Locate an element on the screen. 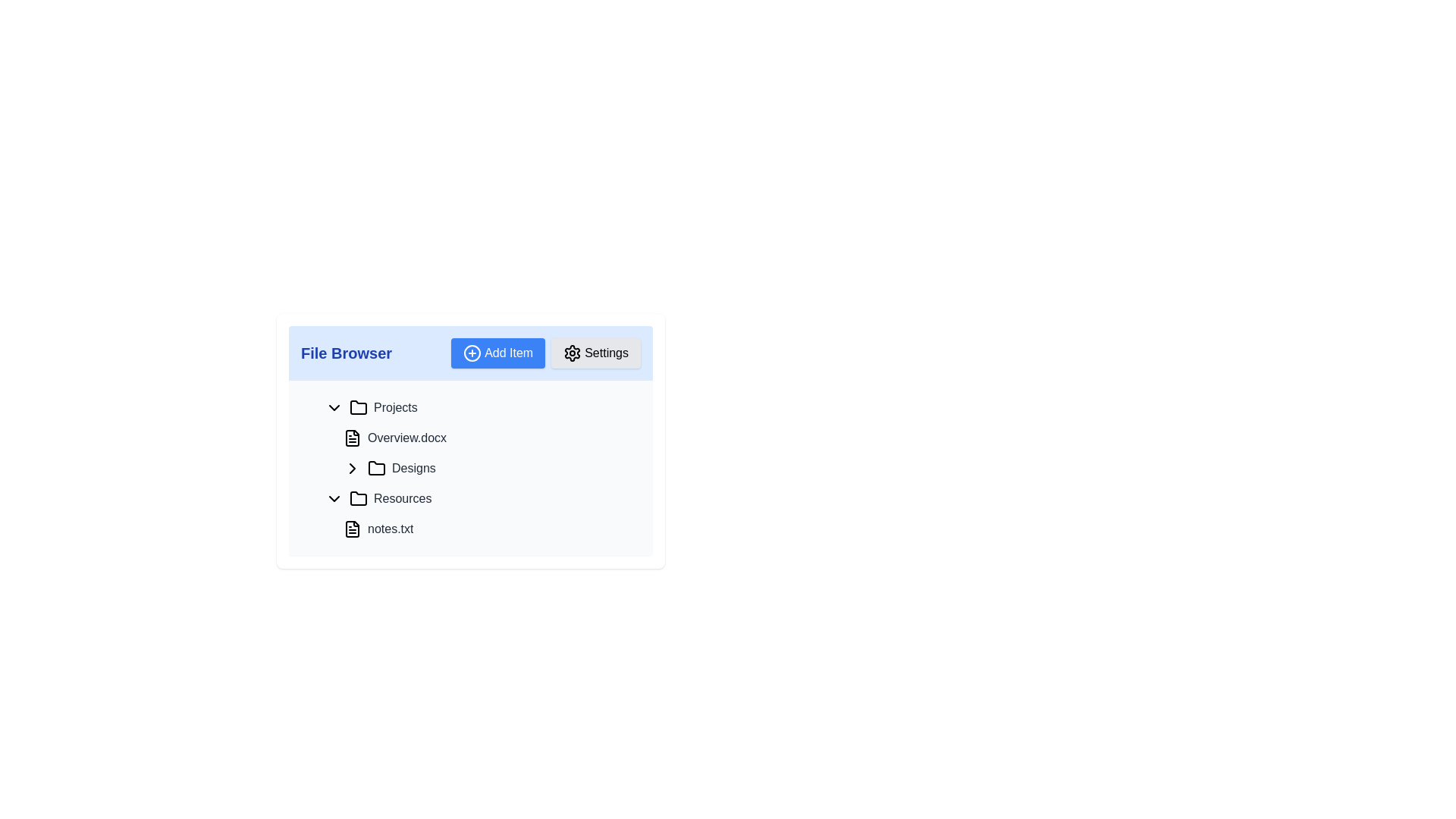 The image size is (1456, 819). the static text label displaying 'notes.txt' in the file browser interface, located near the bottom of the list under the 'Resources' folder section is located at coordinates (391, 529).